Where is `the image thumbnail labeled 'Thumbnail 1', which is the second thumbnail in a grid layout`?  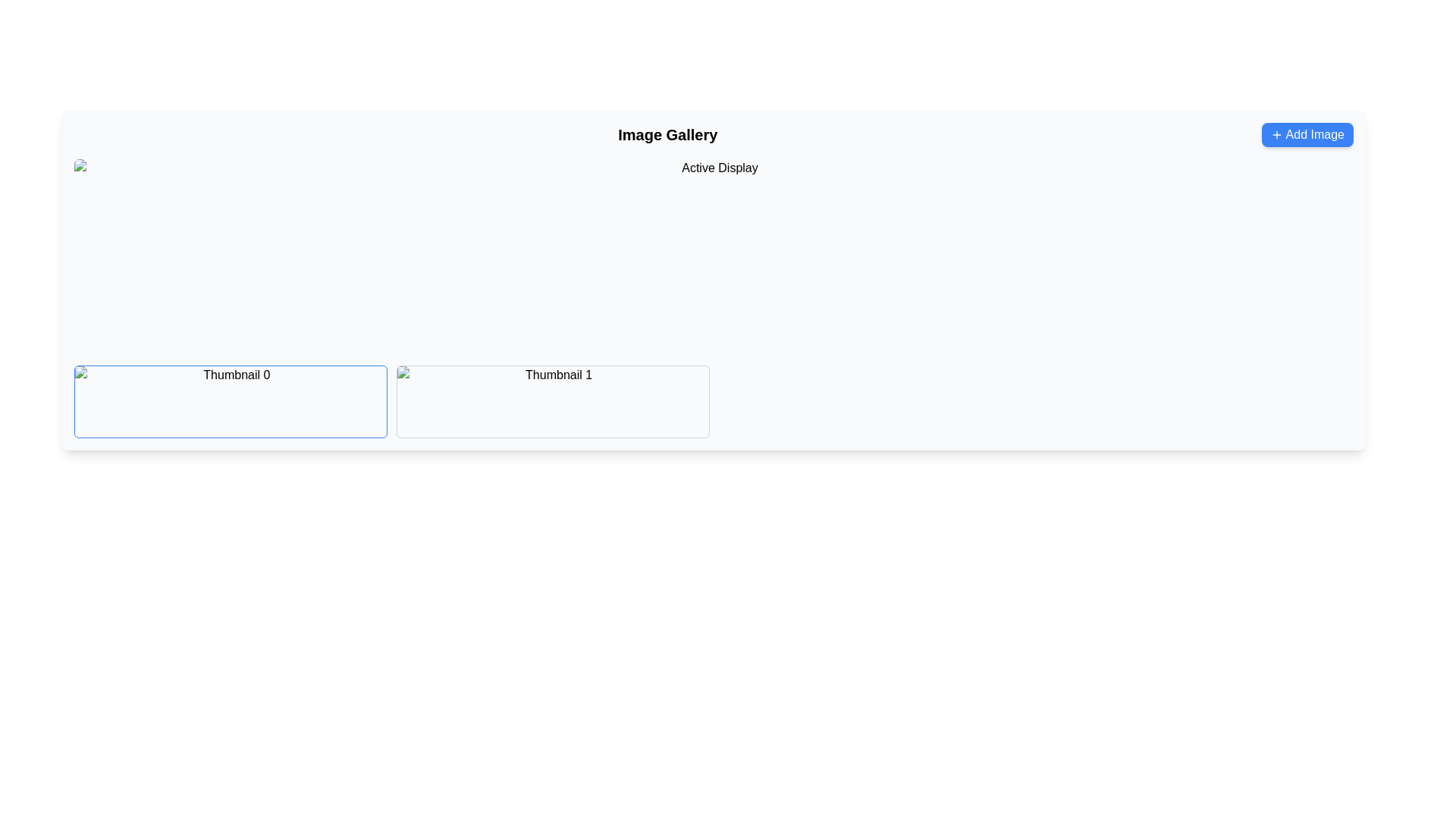
the image thumbnail labeled 'Thumbnail 1', which is the second thumbnail in a grid layout is located at coordinates (552, 400).